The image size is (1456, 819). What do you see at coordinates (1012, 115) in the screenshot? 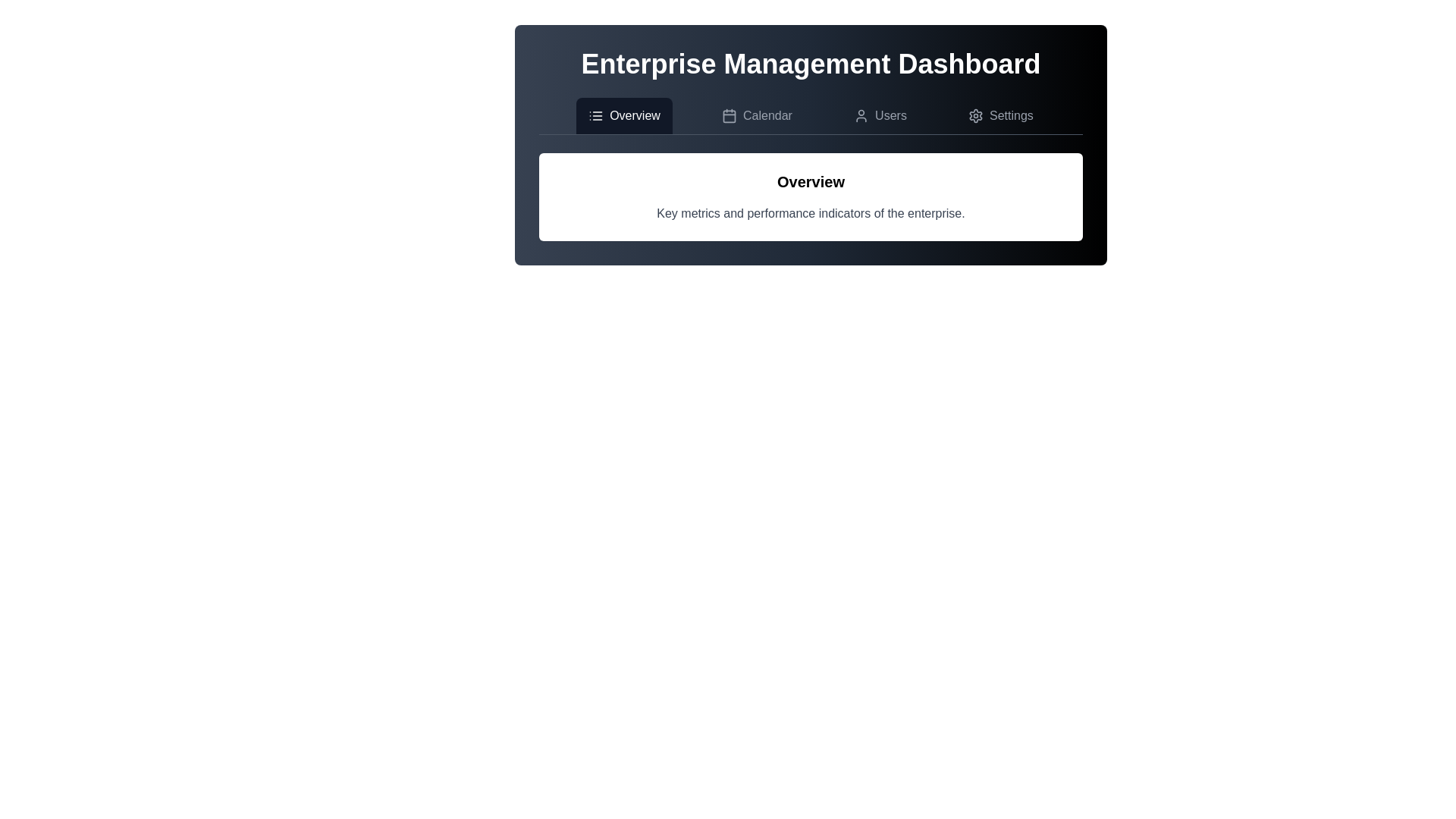
I see `the 'Settings' text label located in the top-right section of the interface, styled in white on a dark background and positioned next to a gear icon` at bounding box center [1012, 115].